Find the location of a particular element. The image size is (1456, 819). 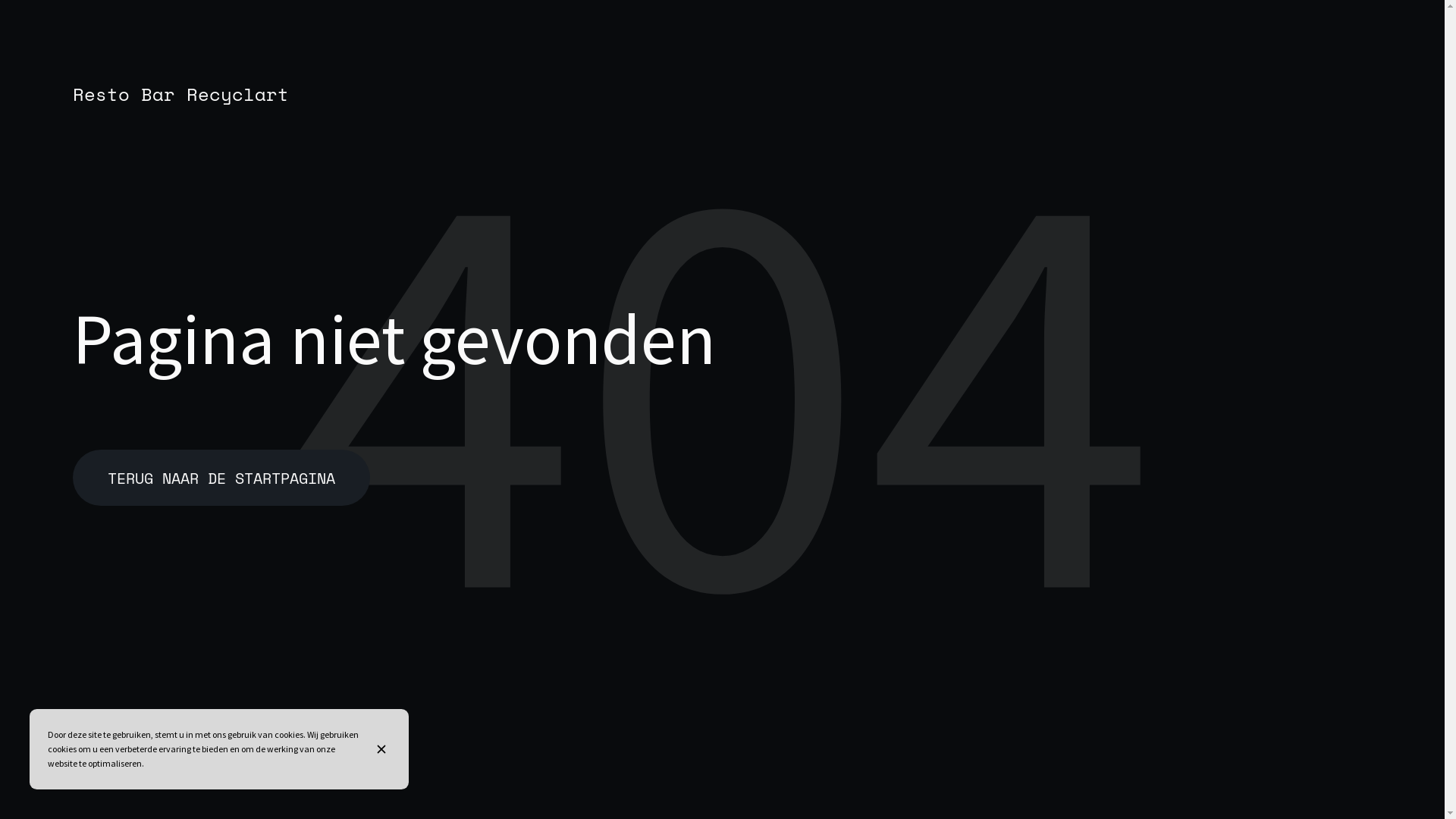

'Sluit de banner met cookie-informatie' is located at coordinates (383, 748).